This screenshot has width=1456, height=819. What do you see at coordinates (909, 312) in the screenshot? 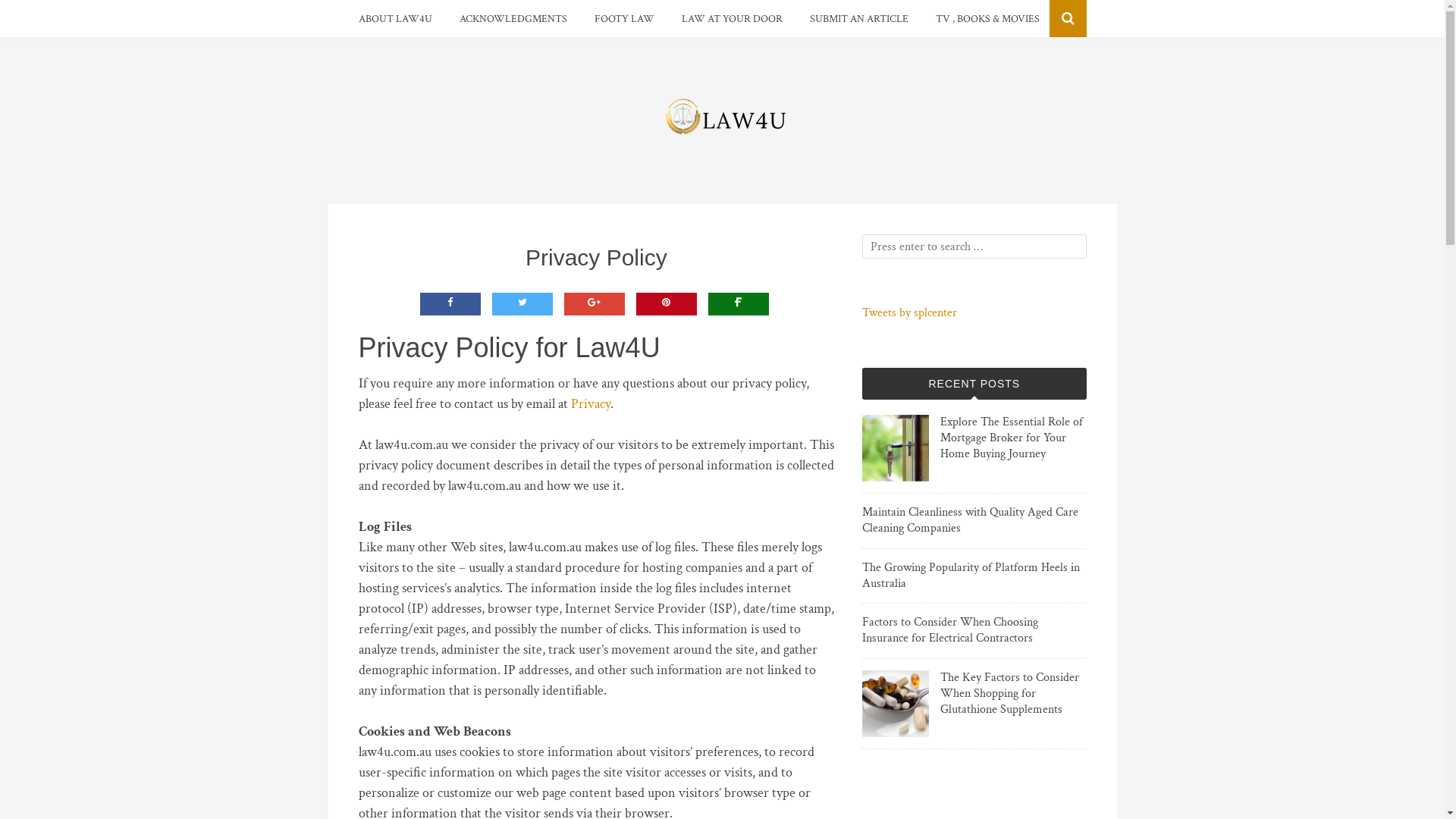
I see `'Tweets by splcenter'` at bounding box center [909, 312].